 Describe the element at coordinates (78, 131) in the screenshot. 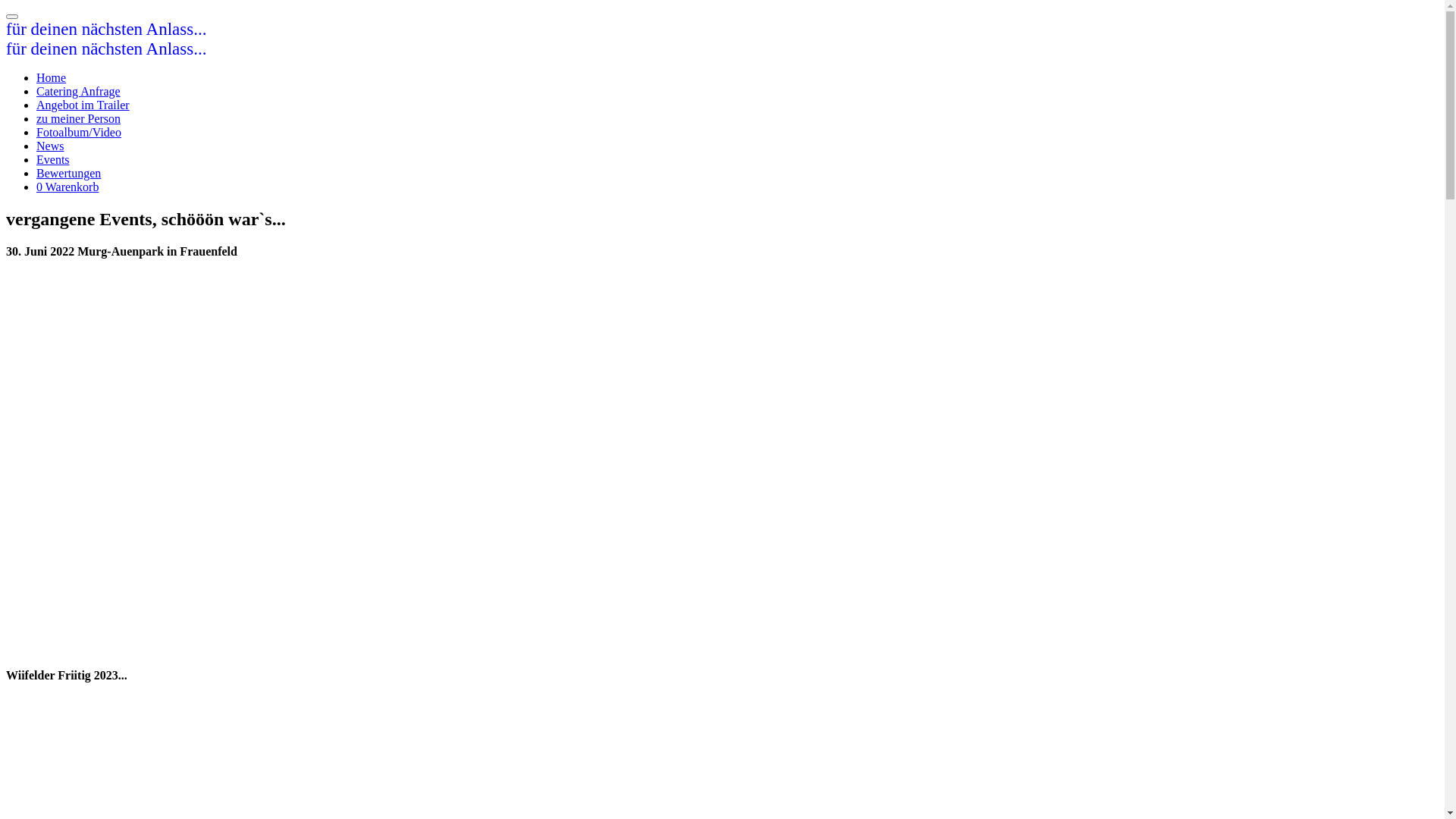

I see `'Fotoalbum/Video'` at that location.